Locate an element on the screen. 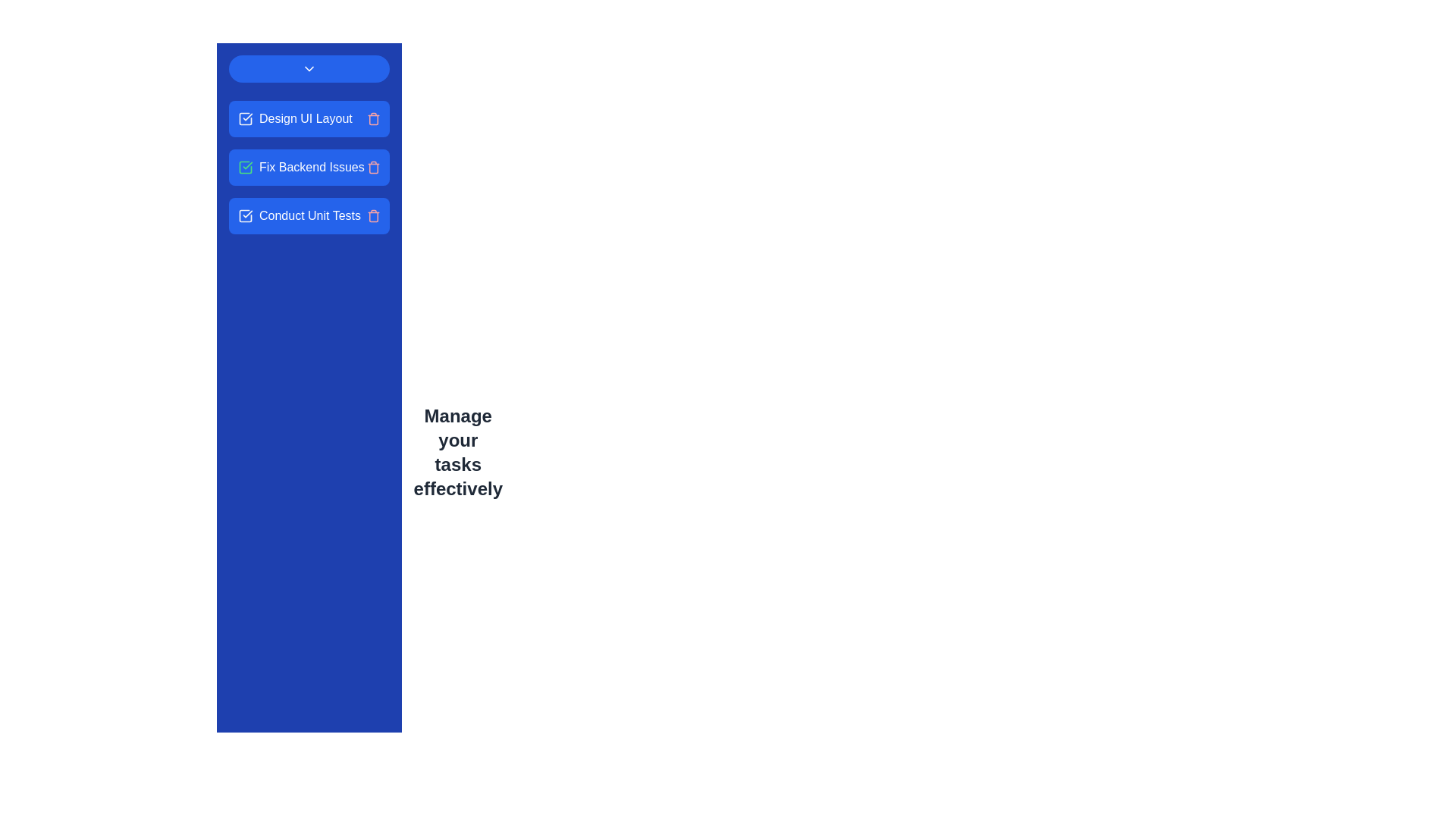  the task list item labeled 'Fix Backend Issues' is located at coordinates (301, 167).